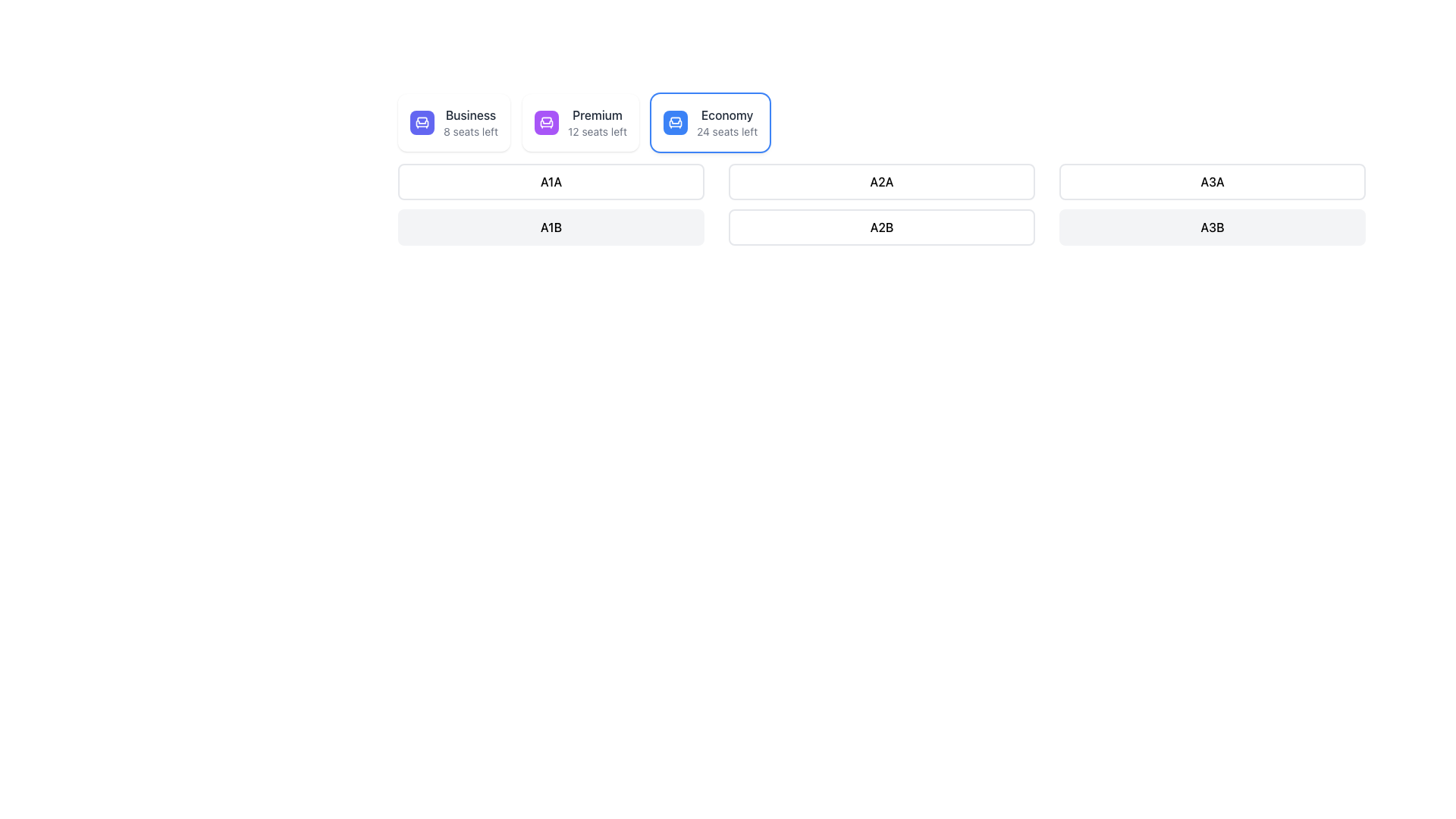  Describe the element at coordinates (546, 122) in the screenshot. I see `the Decorative icon button that visually represents the 'Premium' category, positioned between the 'Business' button and the 'Economy' button` at that location.